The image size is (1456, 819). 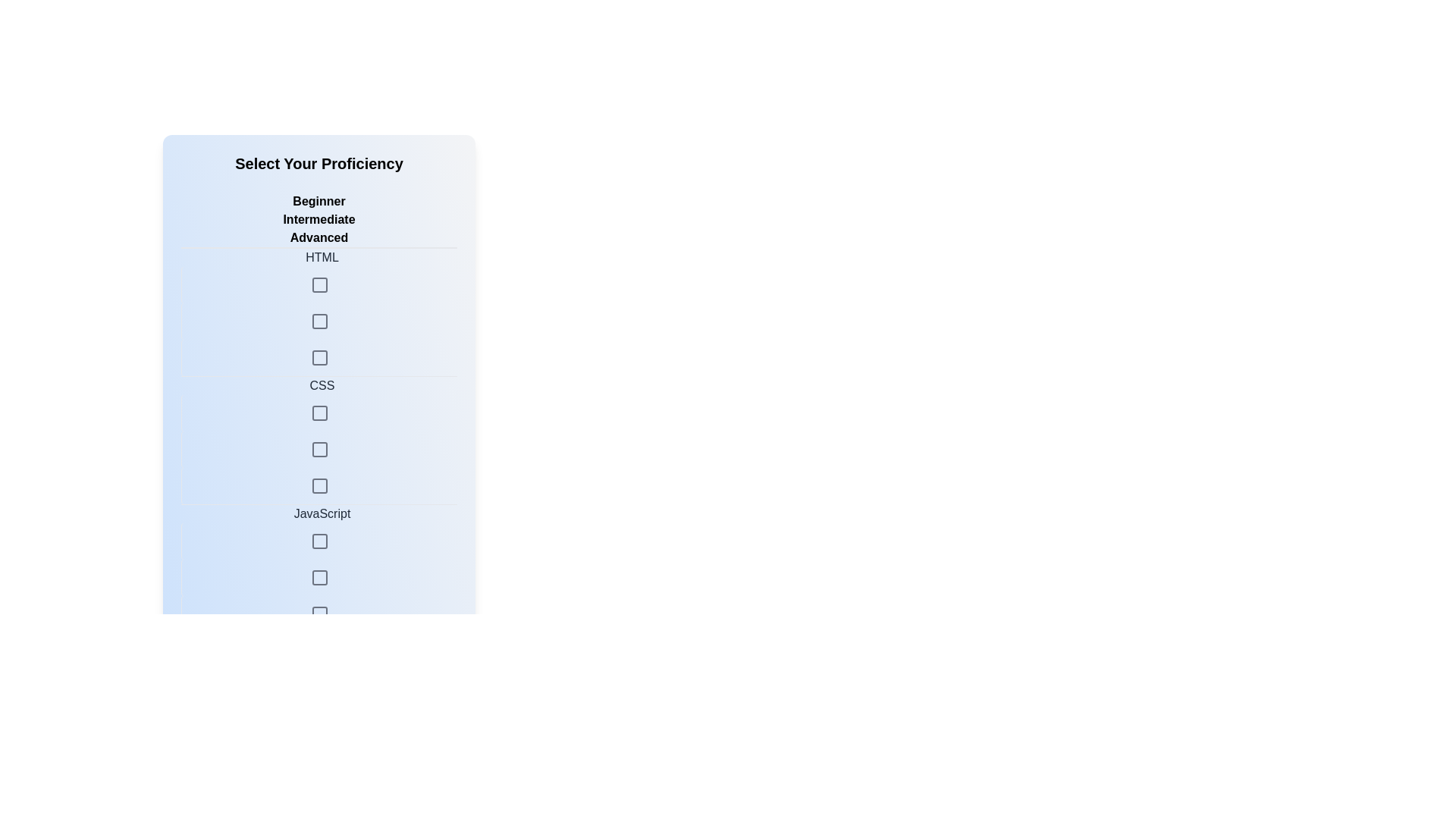 I want to click on the skill level Intermediate for the skill Node.js, so click(x=318, y=797).